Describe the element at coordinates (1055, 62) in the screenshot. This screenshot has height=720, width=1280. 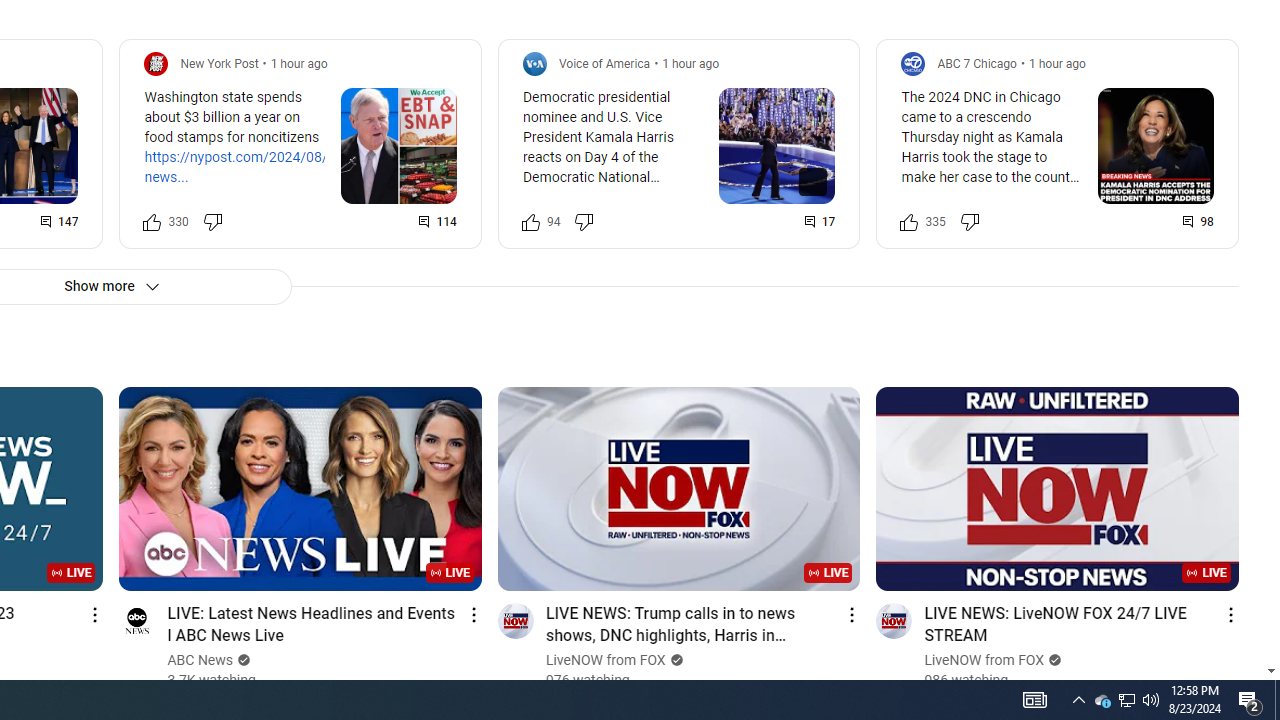
I see `'1 hour ago'` at that location.